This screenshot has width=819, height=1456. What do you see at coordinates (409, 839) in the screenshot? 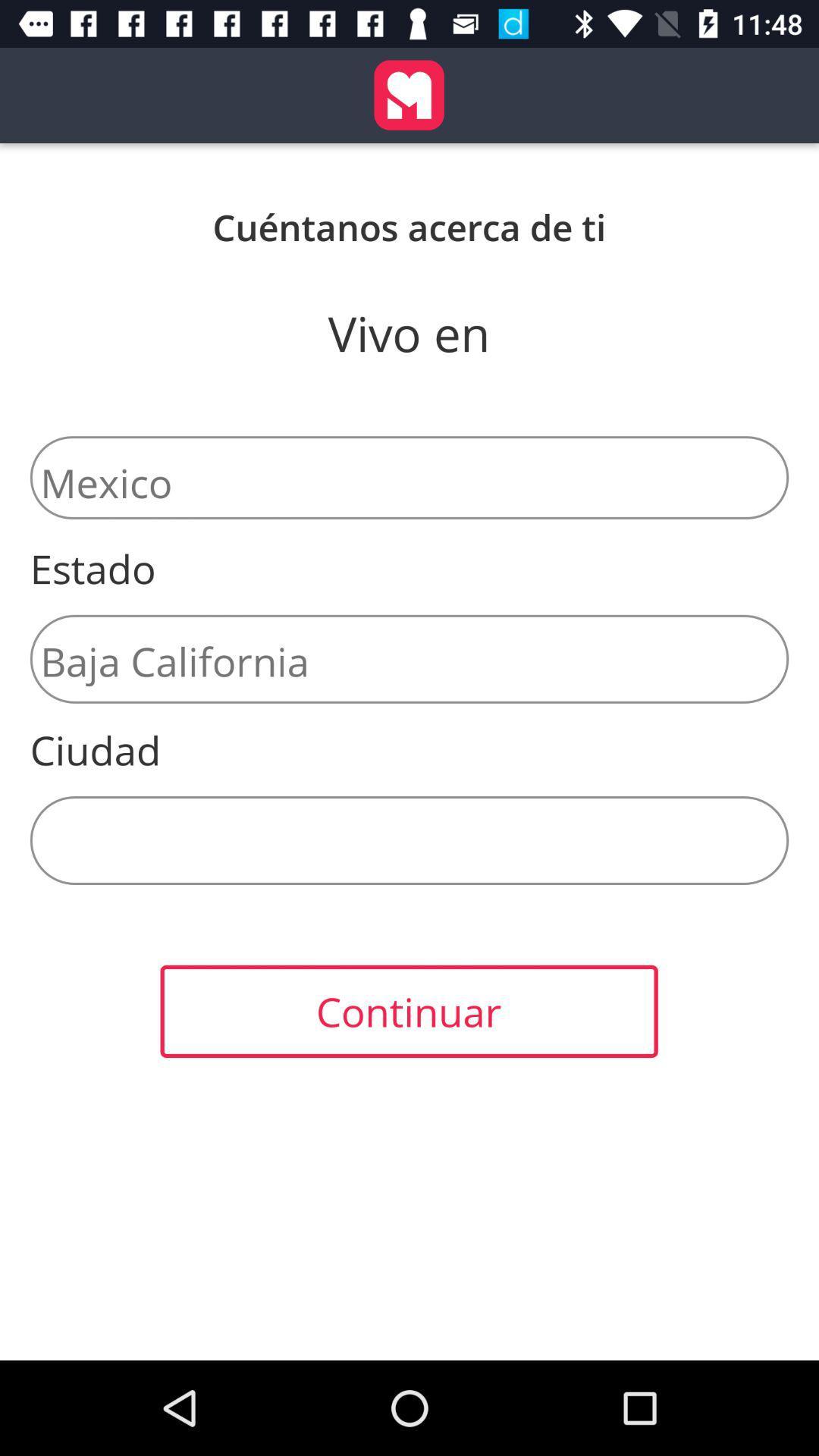
I see `the item above continuar icon` at bounding box center [409, 839].